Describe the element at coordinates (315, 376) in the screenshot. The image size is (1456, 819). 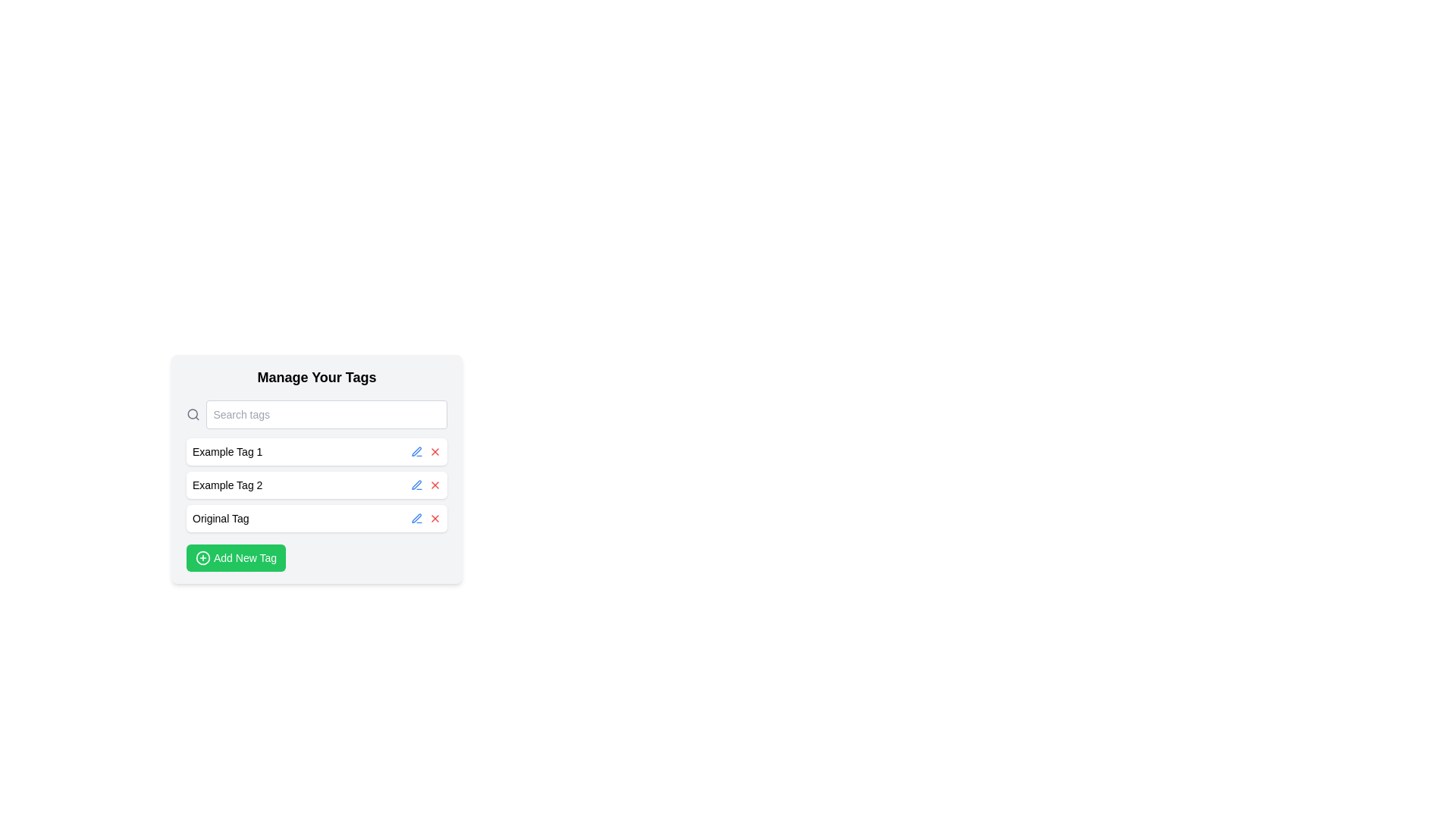
I see `the Text Label that serves as a title or header for the section, located at the topmost position above the search input field and list of tags` at that location.